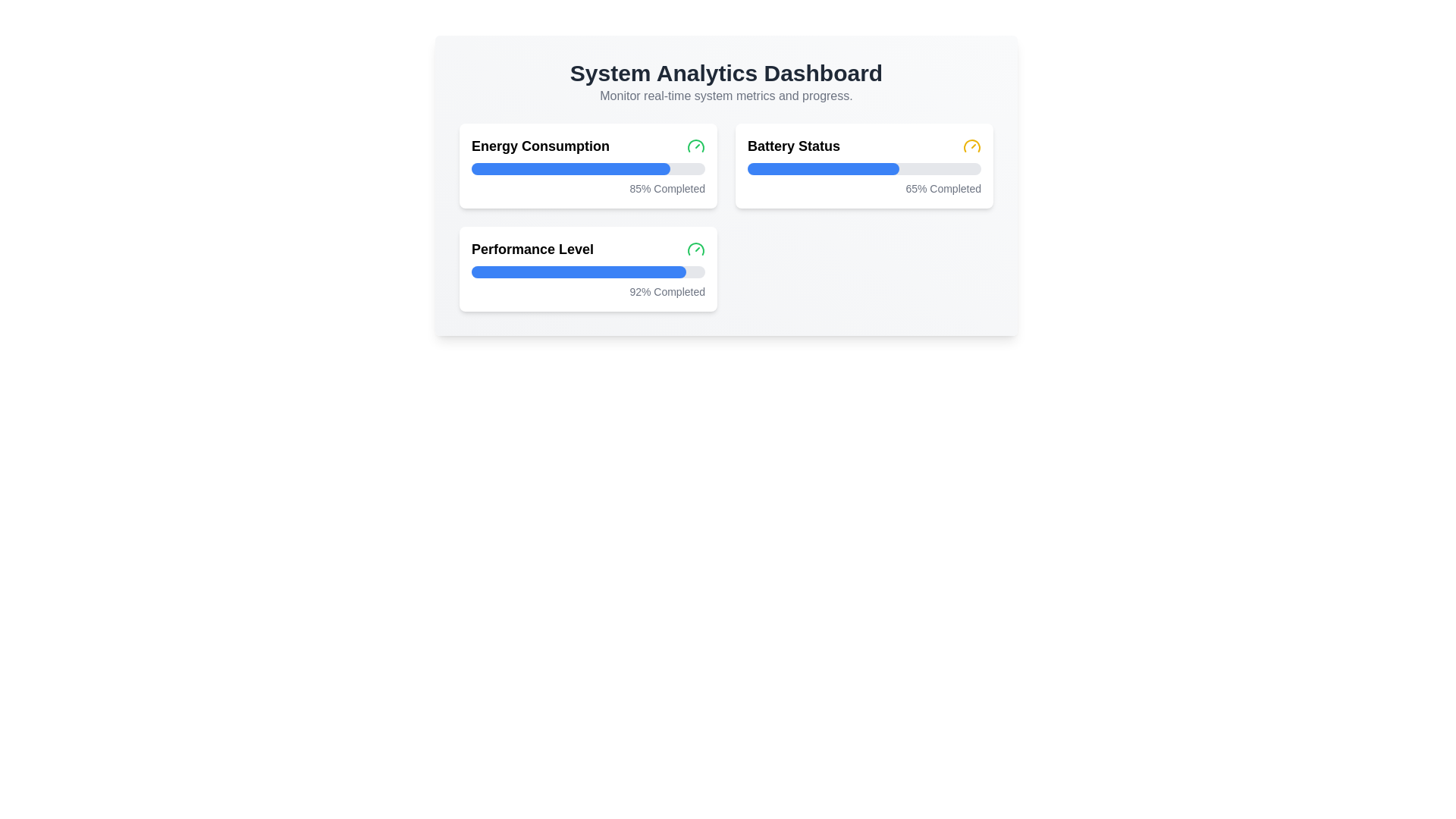  I want to click on the card component surrounding the 'Energy Consumption' title text, which is located at the top-left part of the card, so click(588, 146).